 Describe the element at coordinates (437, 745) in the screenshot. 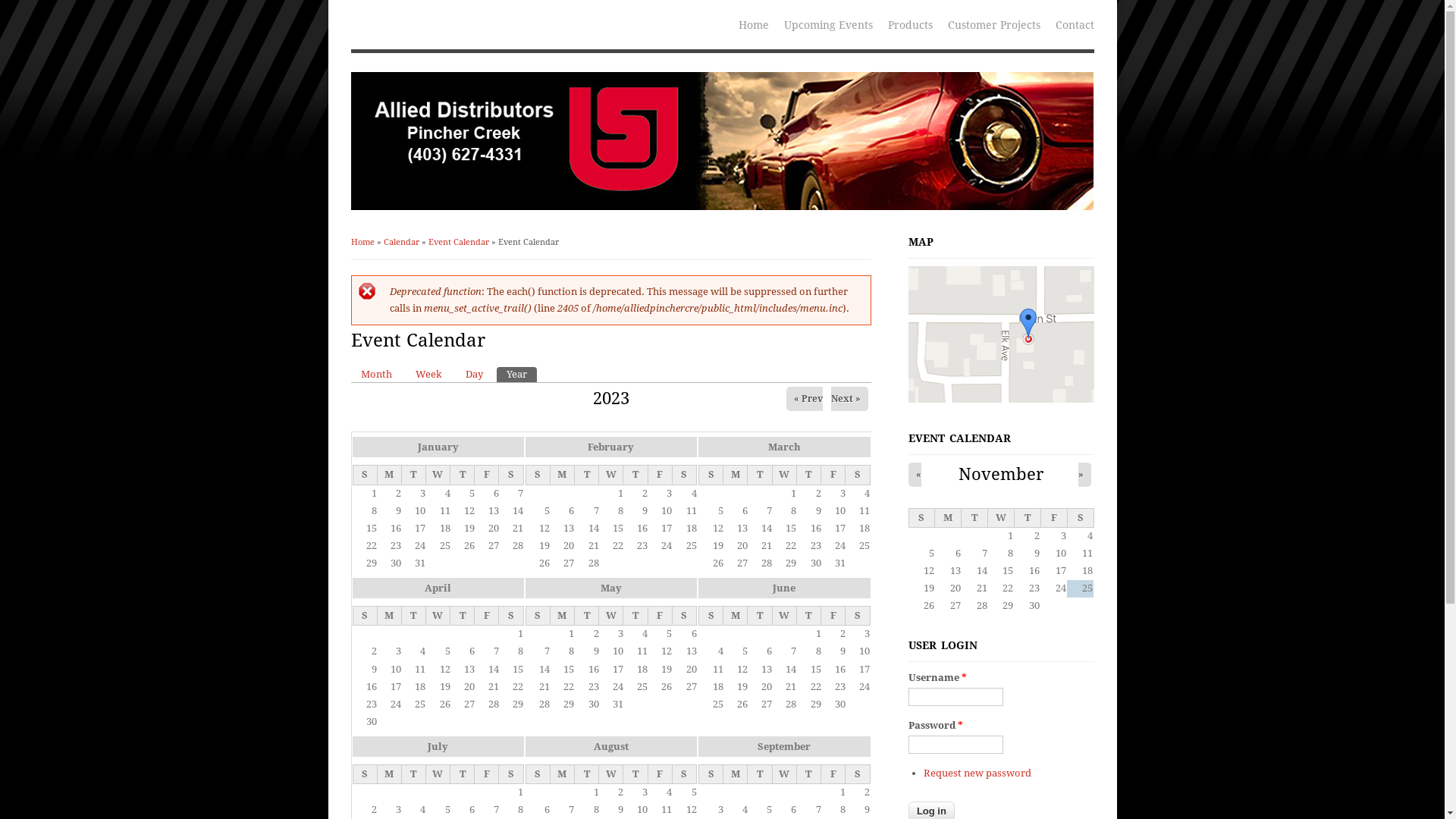

I see `'July'` at that location.